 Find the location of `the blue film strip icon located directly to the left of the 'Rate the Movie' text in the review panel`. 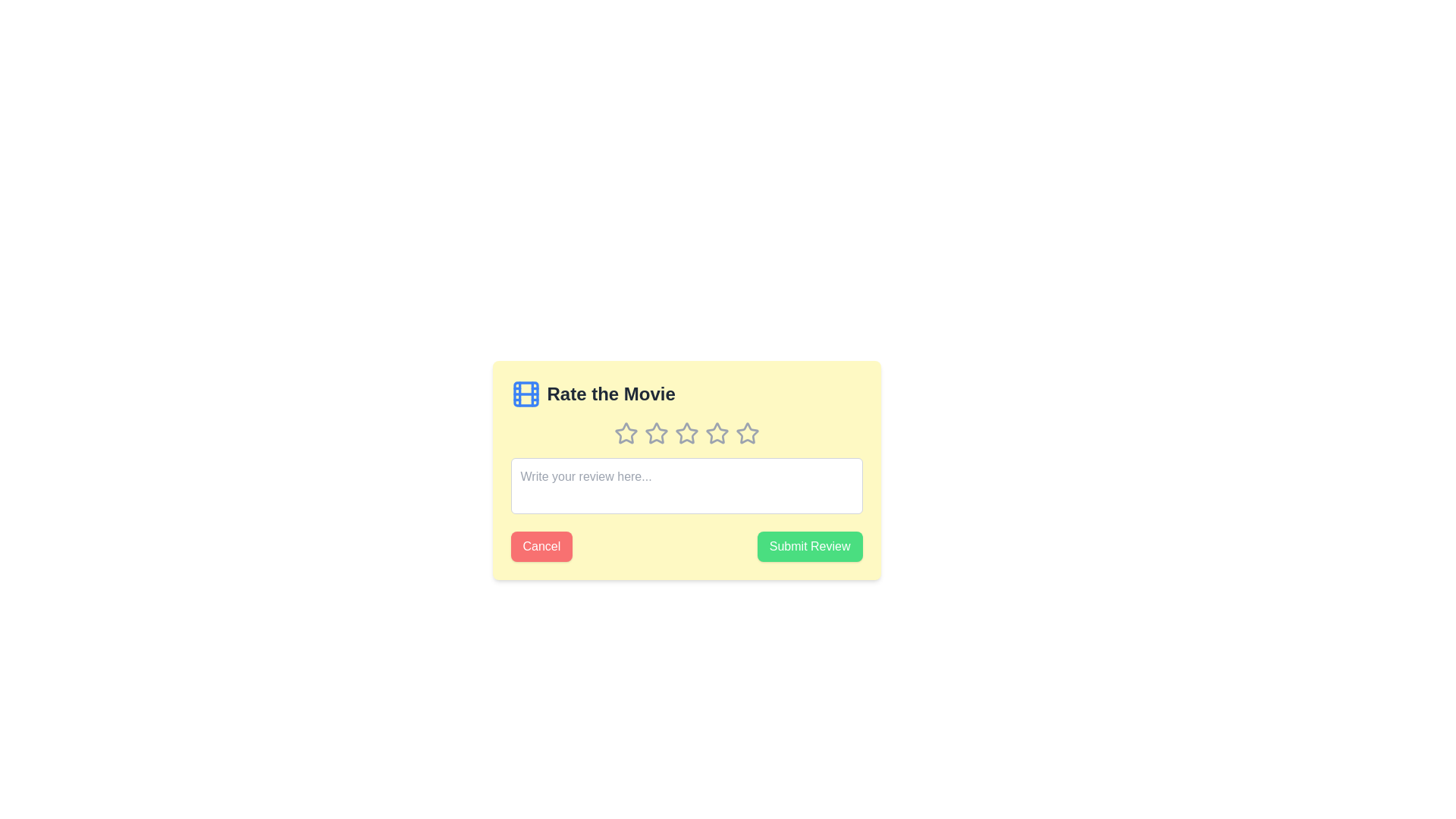

the blue film strip icon located directly to the left of the 'Rate the Movie' text in the review panel is located at coordinates (526, 394).